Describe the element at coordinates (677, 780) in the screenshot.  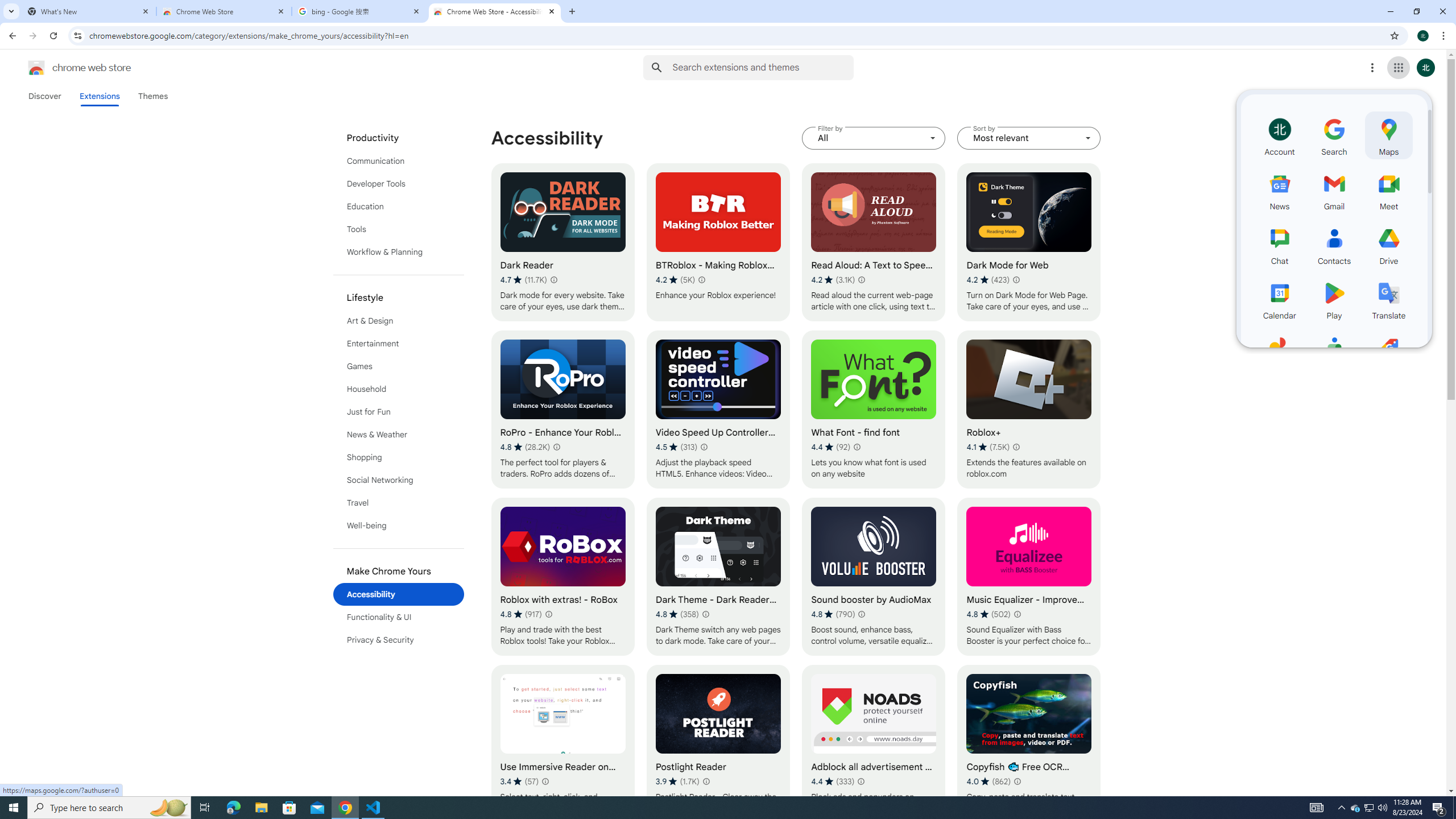
I see `'Average rating 3.9 out of 5 stars. 1.7K ratings.'` at that location.